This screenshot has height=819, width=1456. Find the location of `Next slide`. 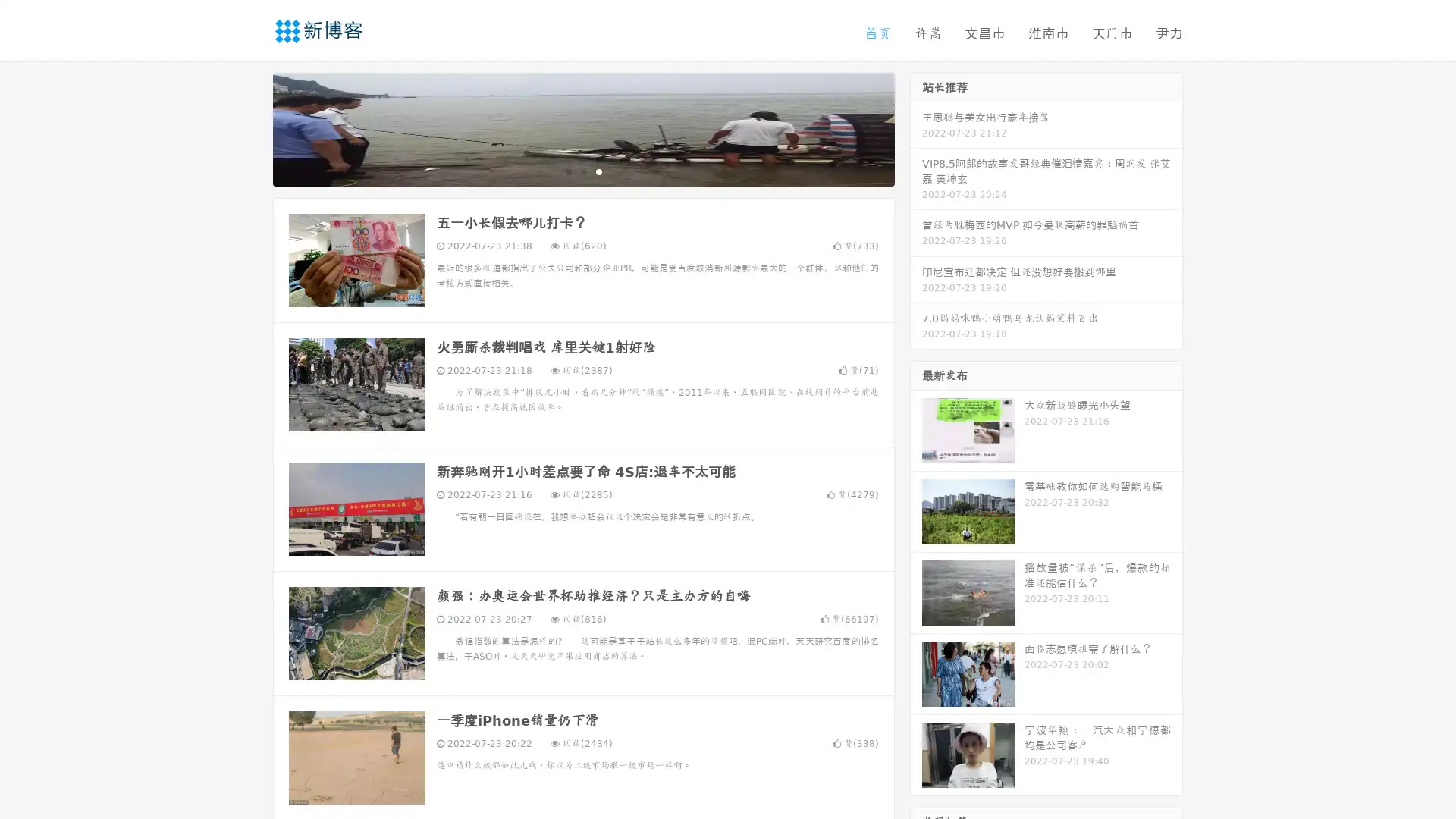

Next slide is located at coordinates (916, 127).